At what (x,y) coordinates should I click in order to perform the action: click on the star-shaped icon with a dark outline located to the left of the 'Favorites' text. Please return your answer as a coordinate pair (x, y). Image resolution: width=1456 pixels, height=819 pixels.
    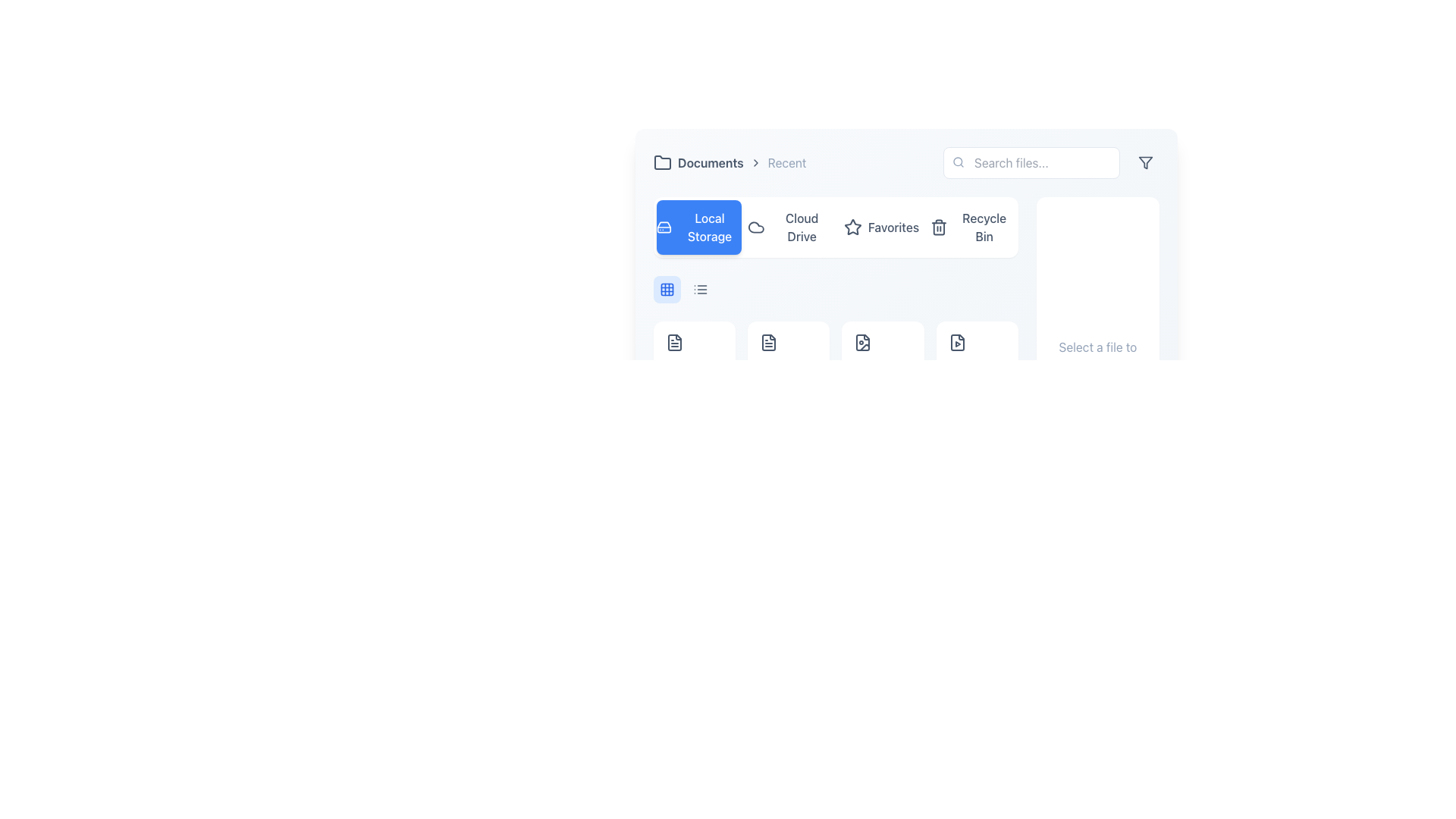
    Looking at the image, I should click on (852, 227).